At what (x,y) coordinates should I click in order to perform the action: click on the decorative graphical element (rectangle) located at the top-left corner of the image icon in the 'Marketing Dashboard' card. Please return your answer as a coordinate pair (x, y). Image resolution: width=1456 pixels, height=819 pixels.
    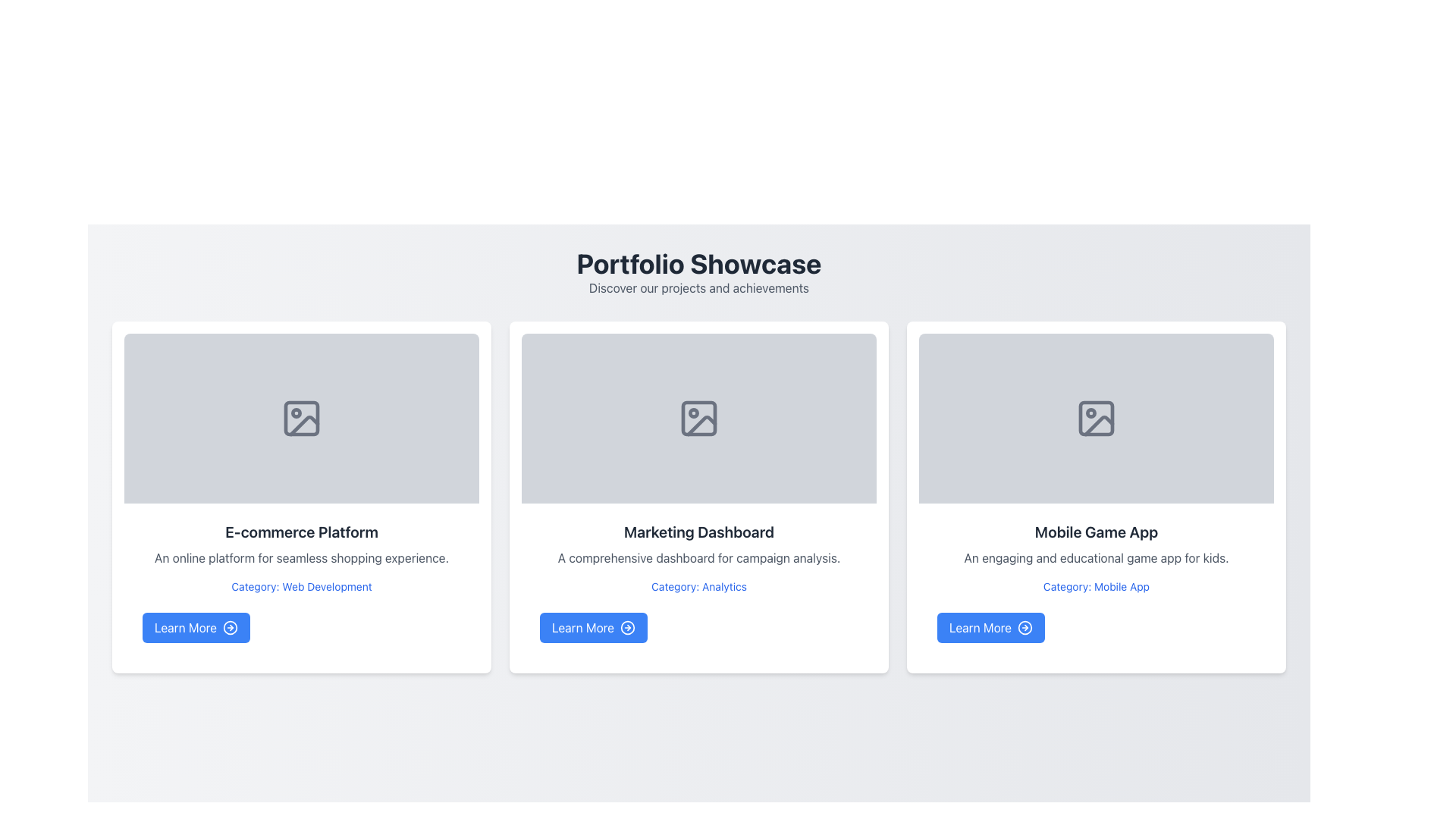
    Looking at the image, I should click on (698, 418).